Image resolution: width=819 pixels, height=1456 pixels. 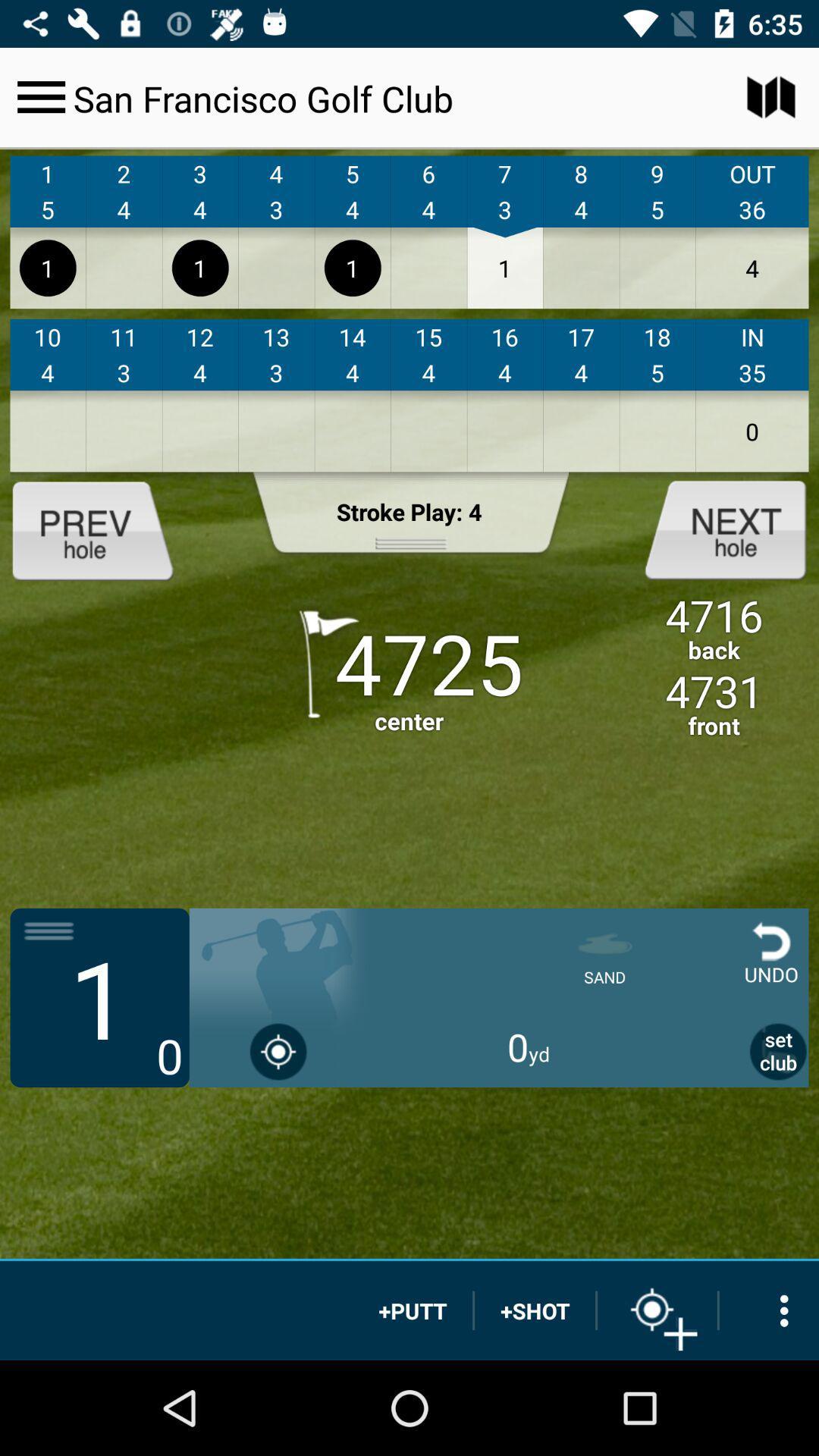 What do you see at coordinates (769, 1310) in the screenshot?
I see `options` at bounding box center [769, 1310].